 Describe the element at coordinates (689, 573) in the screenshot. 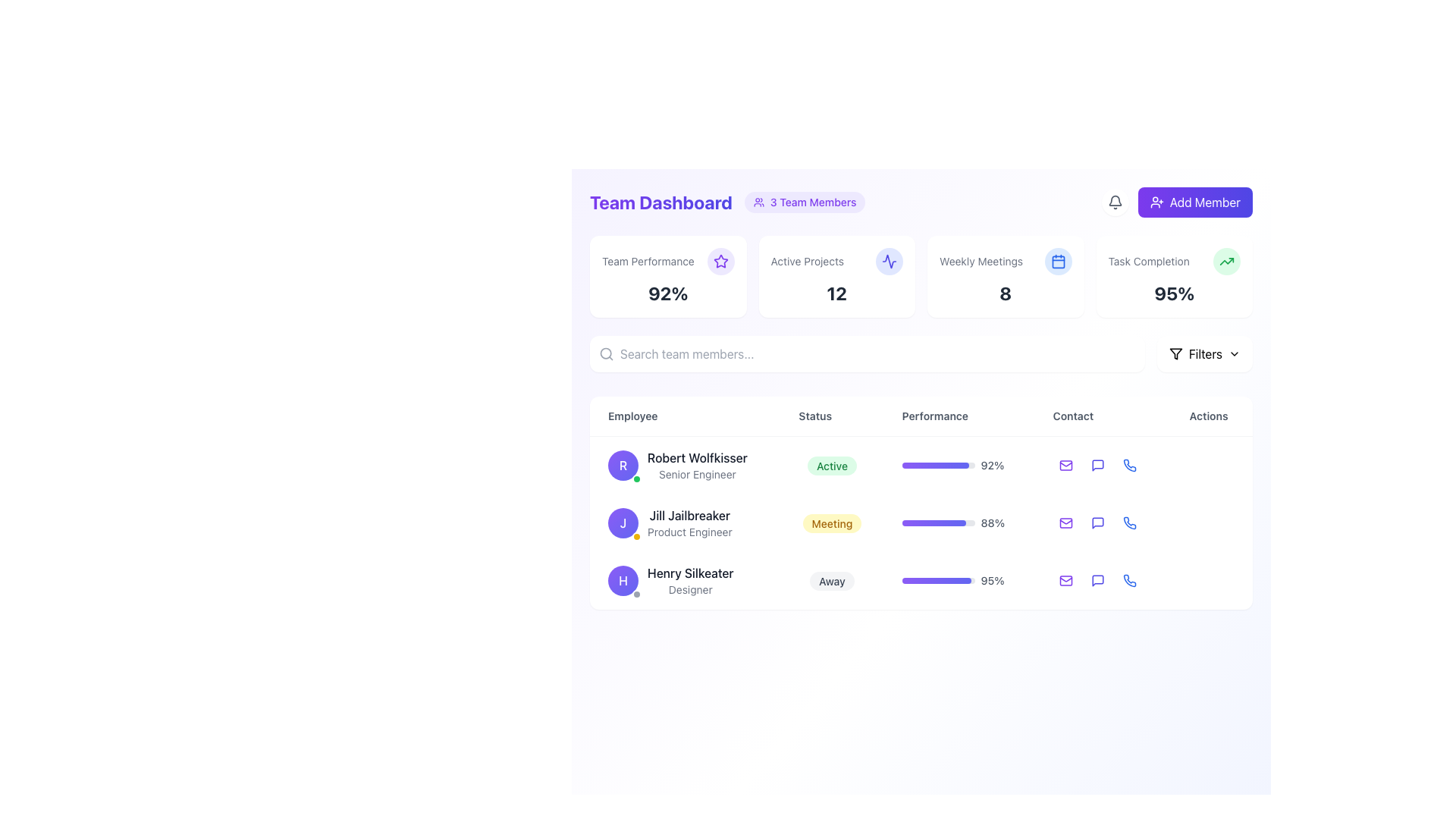

I see `on the name 'Henry Silkeater' displayed in the employee list, located in the third row under the 'Employee' column` at that location.